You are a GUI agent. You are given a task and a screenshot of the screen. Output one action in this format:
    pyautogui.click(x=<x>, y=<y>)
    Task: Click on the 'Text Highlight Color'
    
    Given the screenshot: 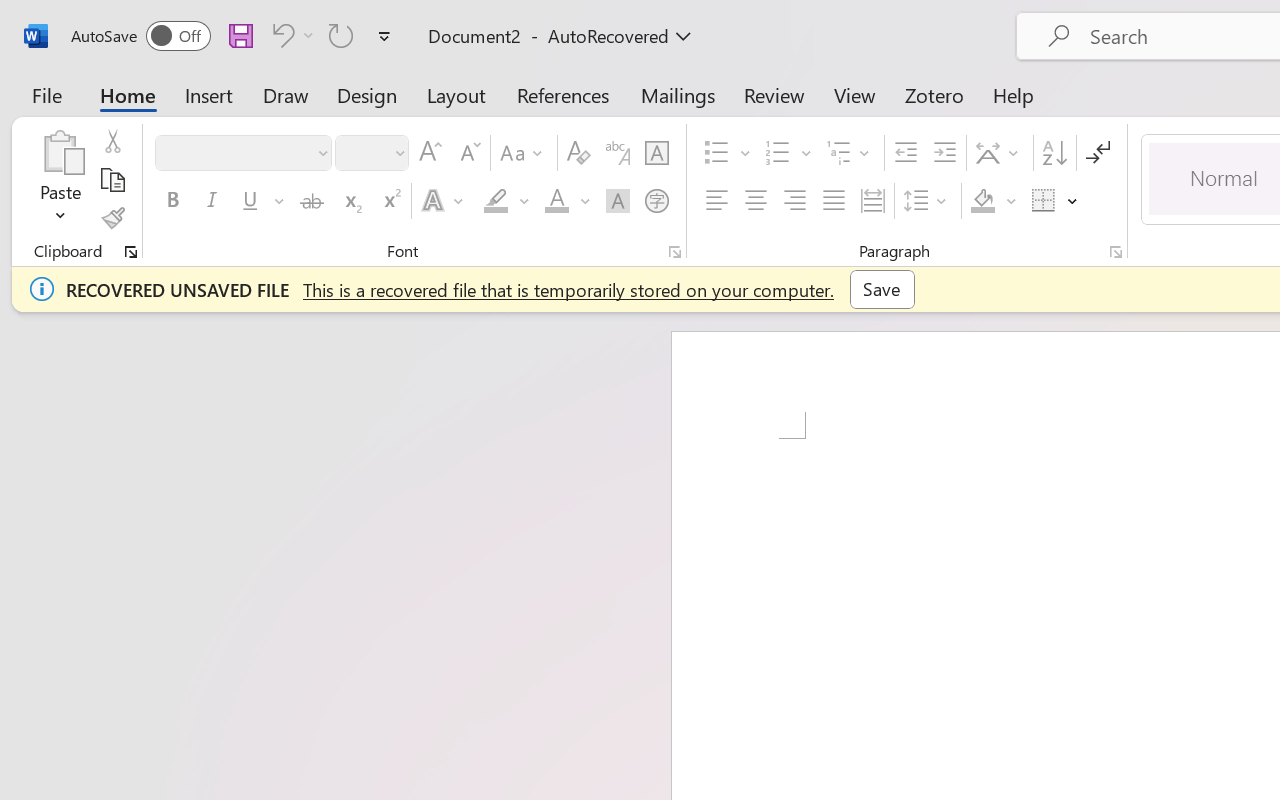 What is the action you would take?
    pyautogui.click(x=506, y=201)
    